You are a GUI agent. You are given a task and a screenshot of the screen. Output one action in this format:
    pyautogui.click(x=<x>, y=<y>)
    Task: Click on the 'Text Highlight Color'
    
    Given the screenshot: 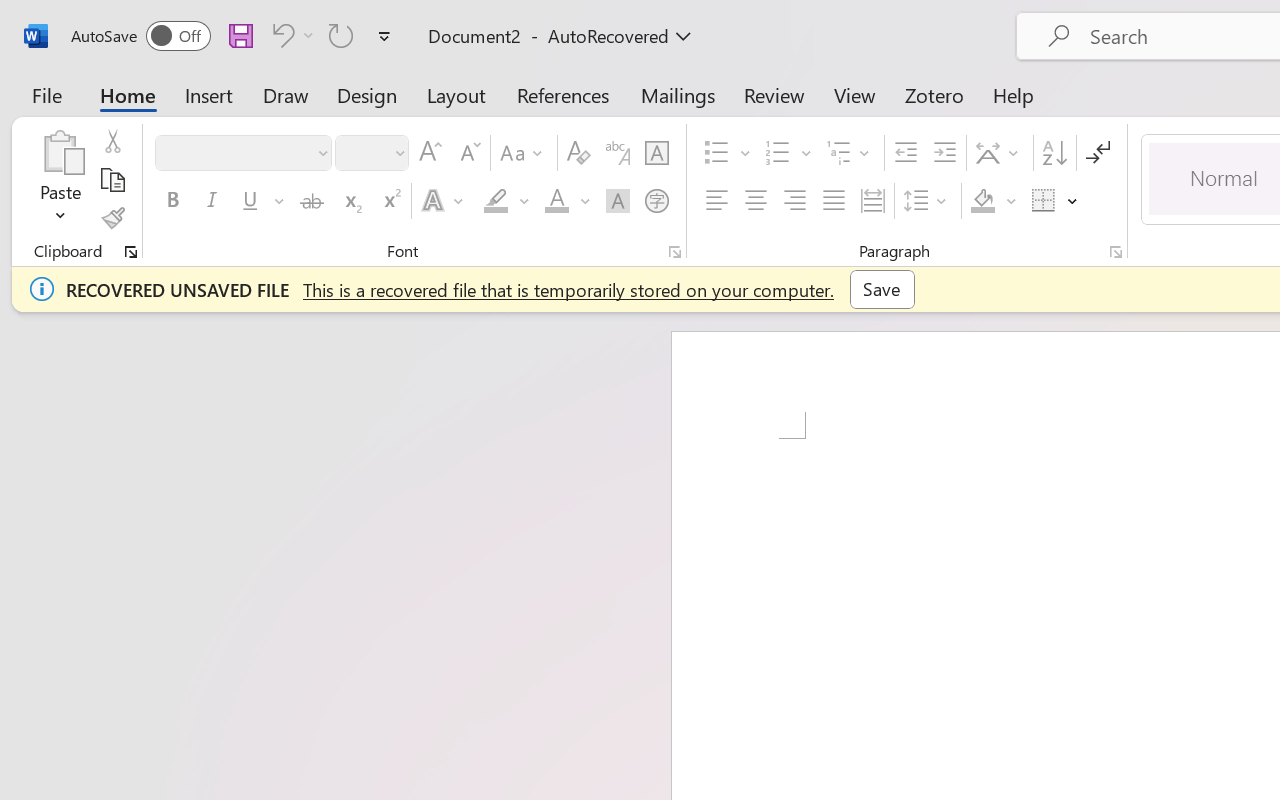 What is the action you would take?
    pyautogui.click(x=506, y=201)
    